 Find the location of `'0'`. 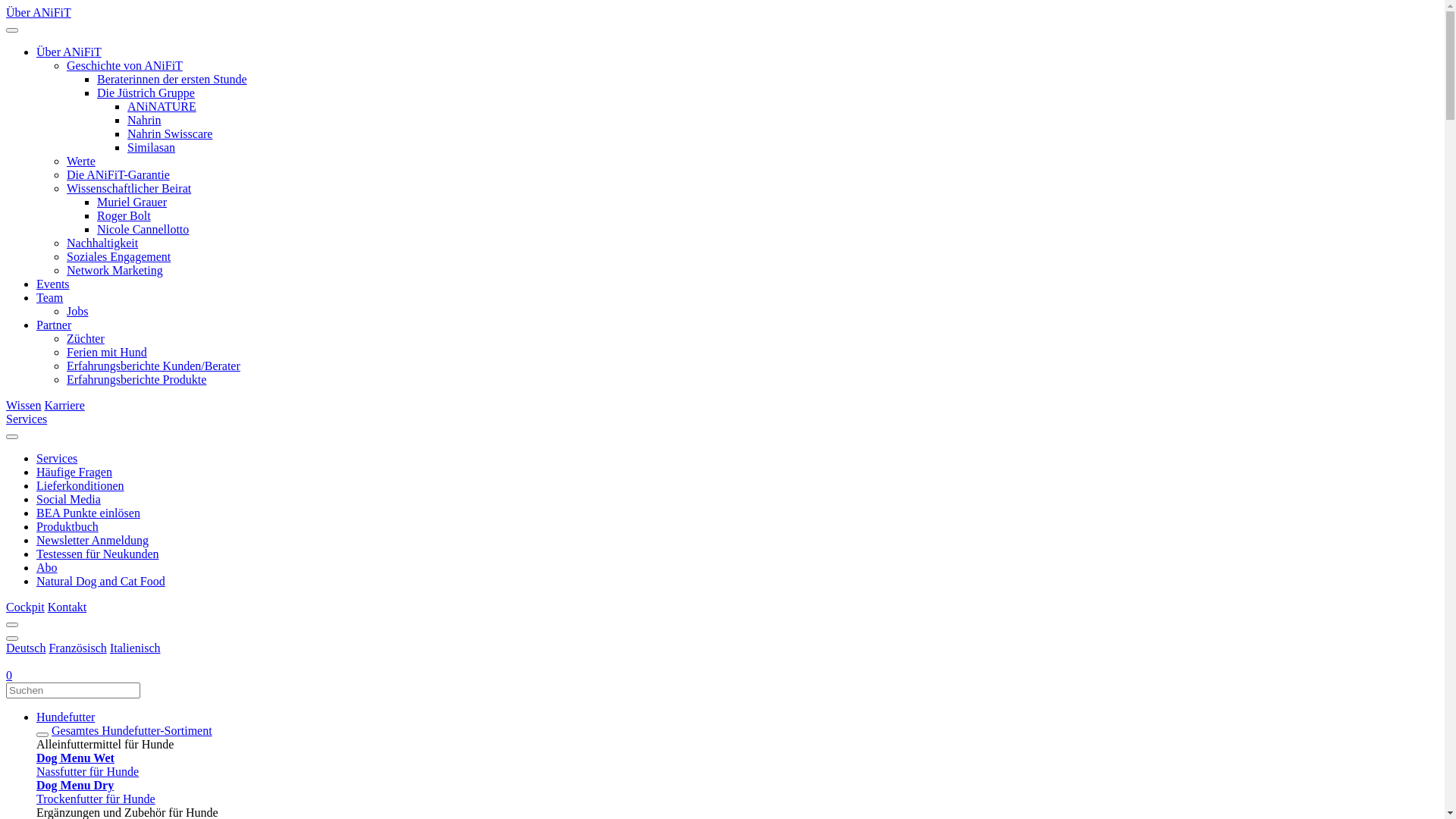

'0' is located at coordinates (9, 674).